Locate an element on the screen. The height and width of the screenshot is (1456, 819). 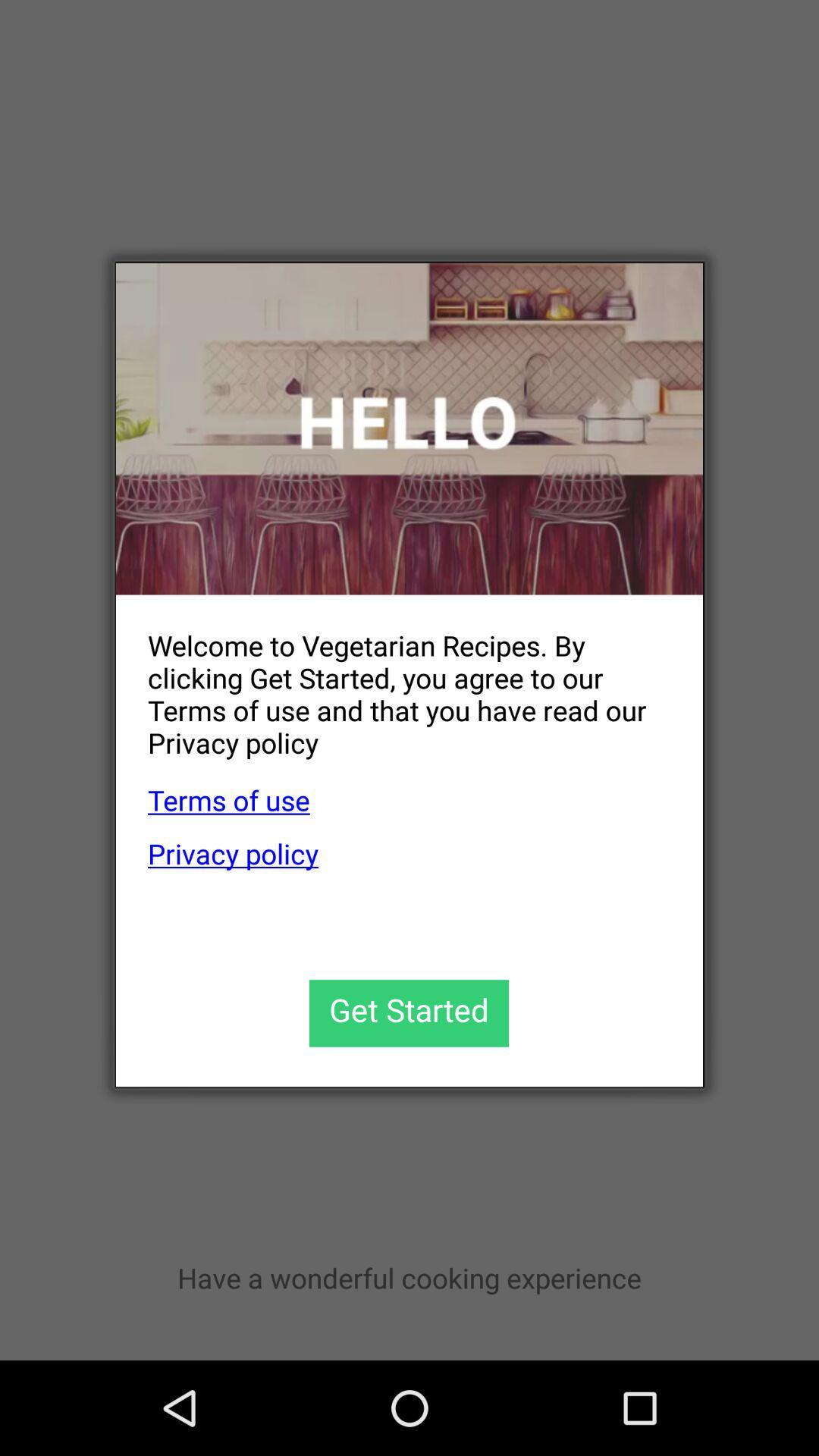
get started is located at coordinates (408, 1013).